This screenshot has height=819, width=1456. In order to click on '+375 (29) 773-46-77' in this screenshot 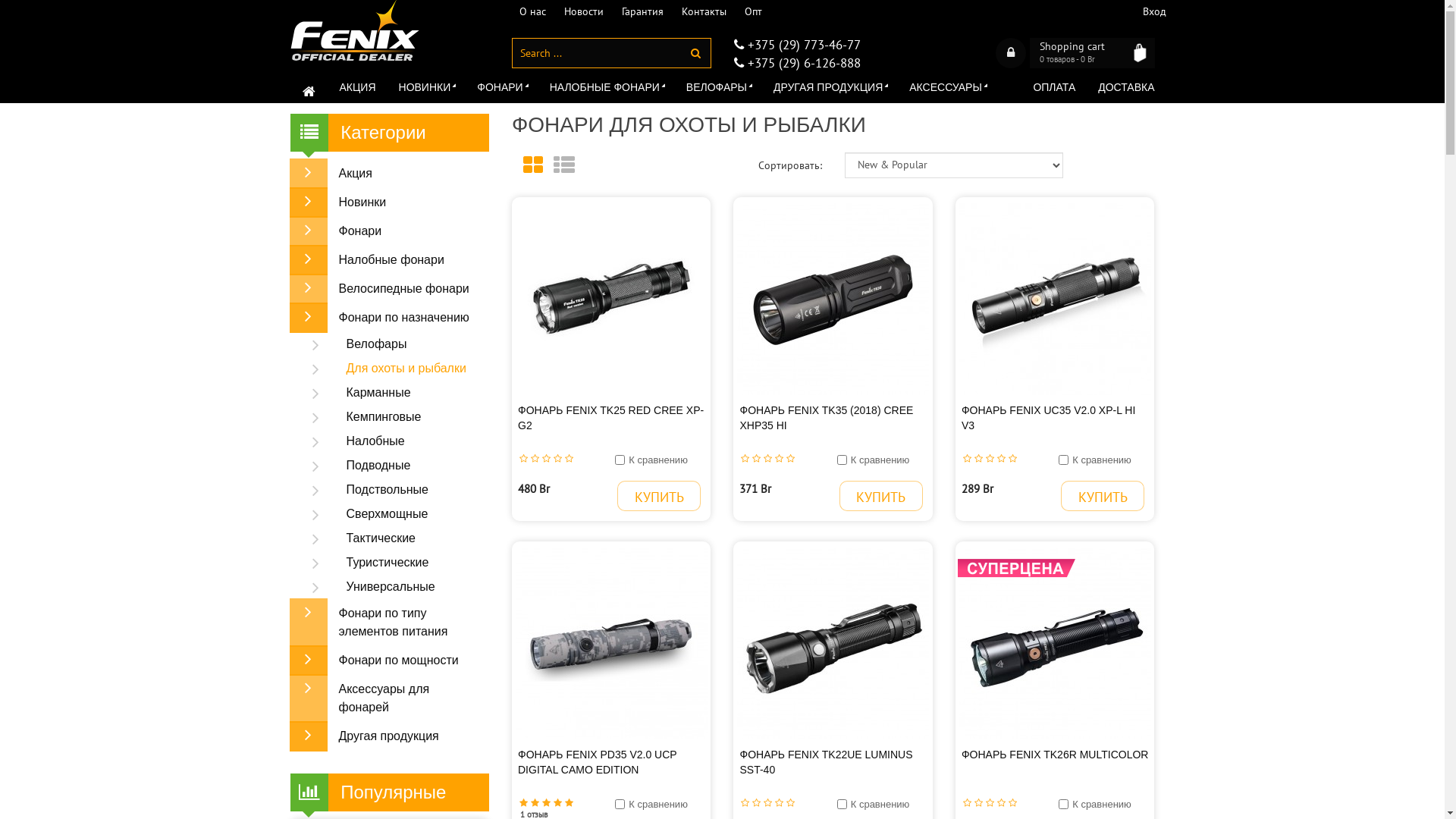, I will do `click(800, 43)`.